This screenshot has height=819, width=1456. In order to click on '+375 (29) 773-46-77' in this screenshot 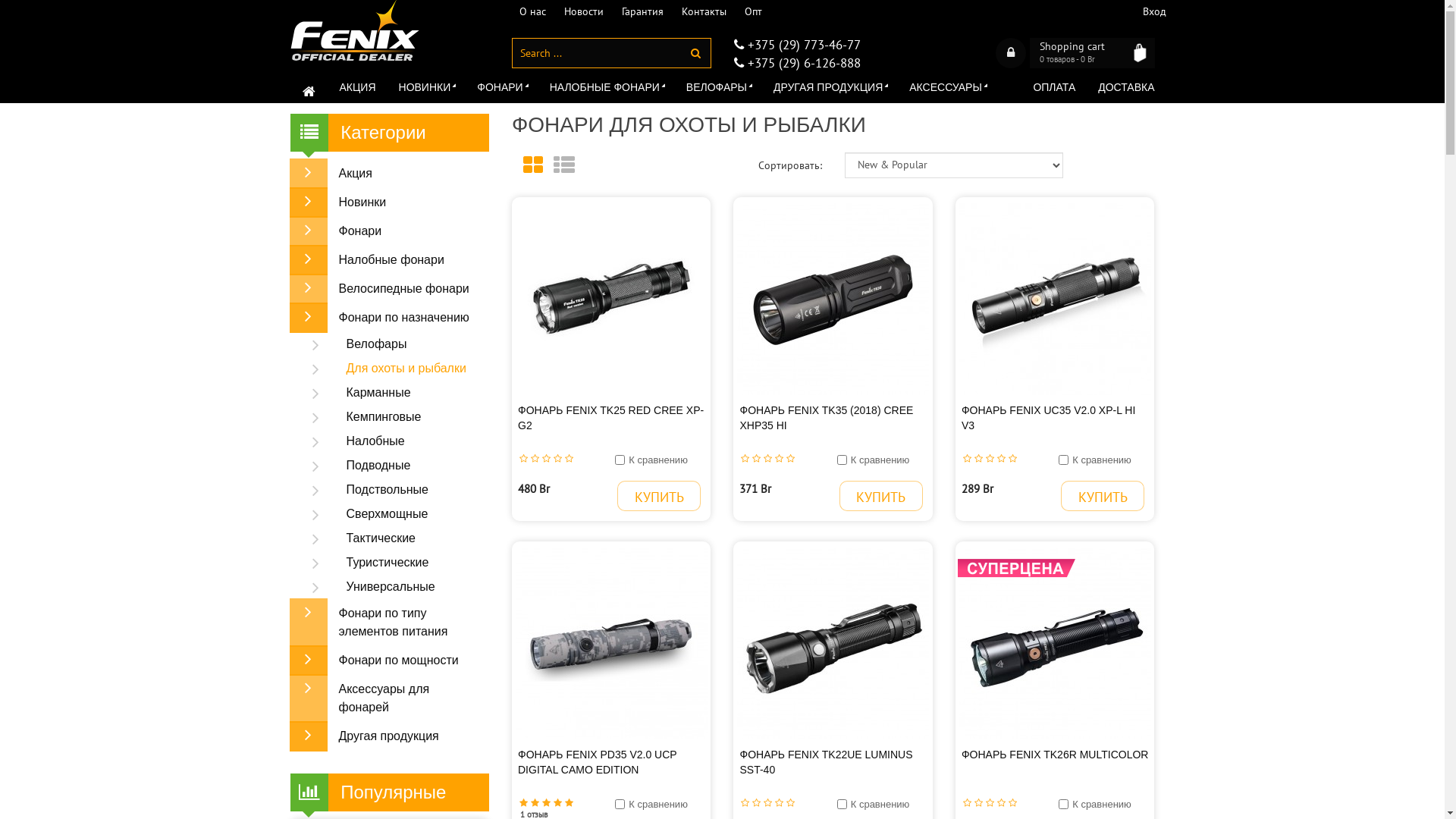, I will do `click(800, 43)`.